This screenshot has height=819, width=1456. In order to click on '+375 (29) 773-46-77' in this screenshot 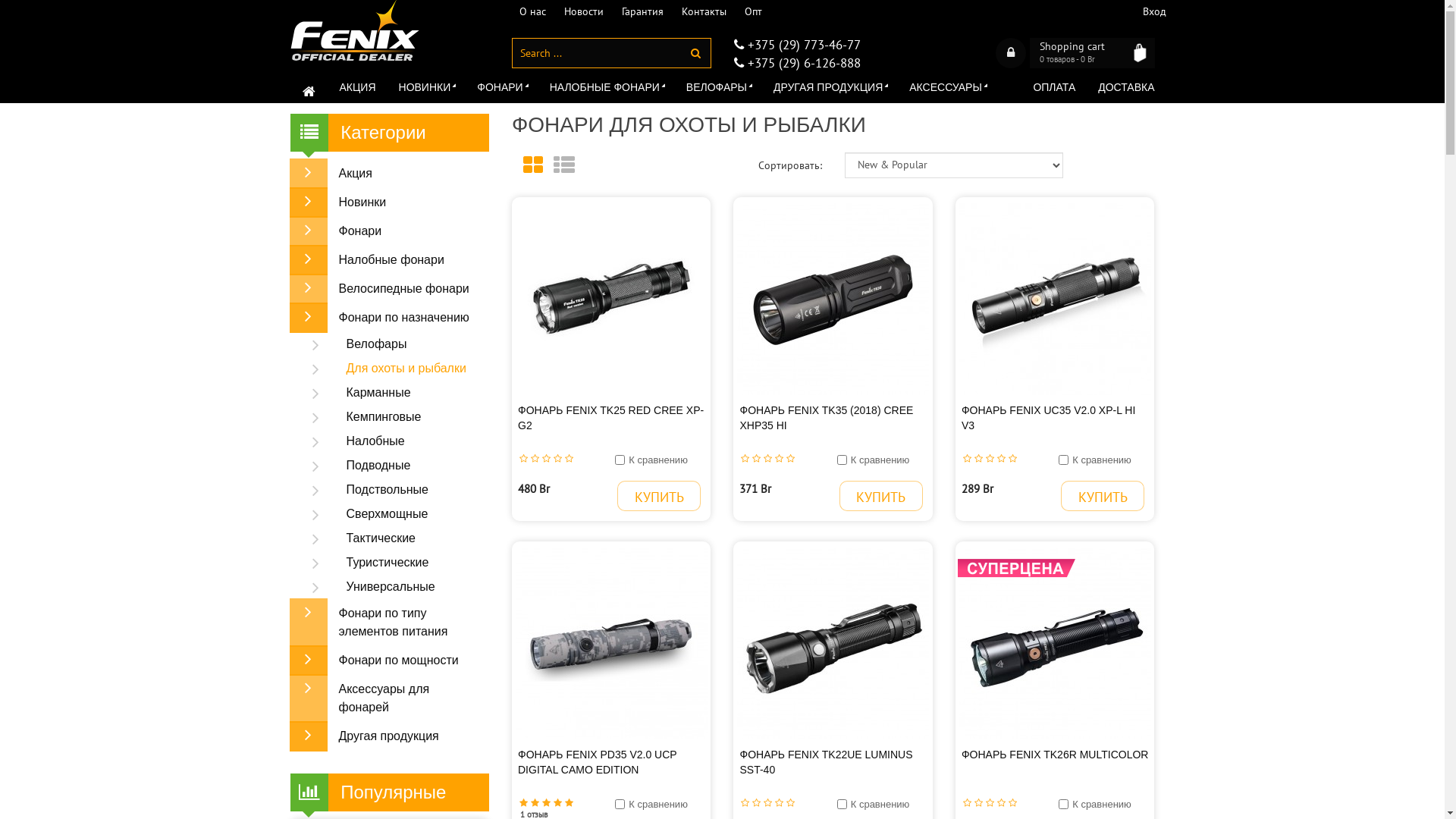, I will do `click(800, 43)`.